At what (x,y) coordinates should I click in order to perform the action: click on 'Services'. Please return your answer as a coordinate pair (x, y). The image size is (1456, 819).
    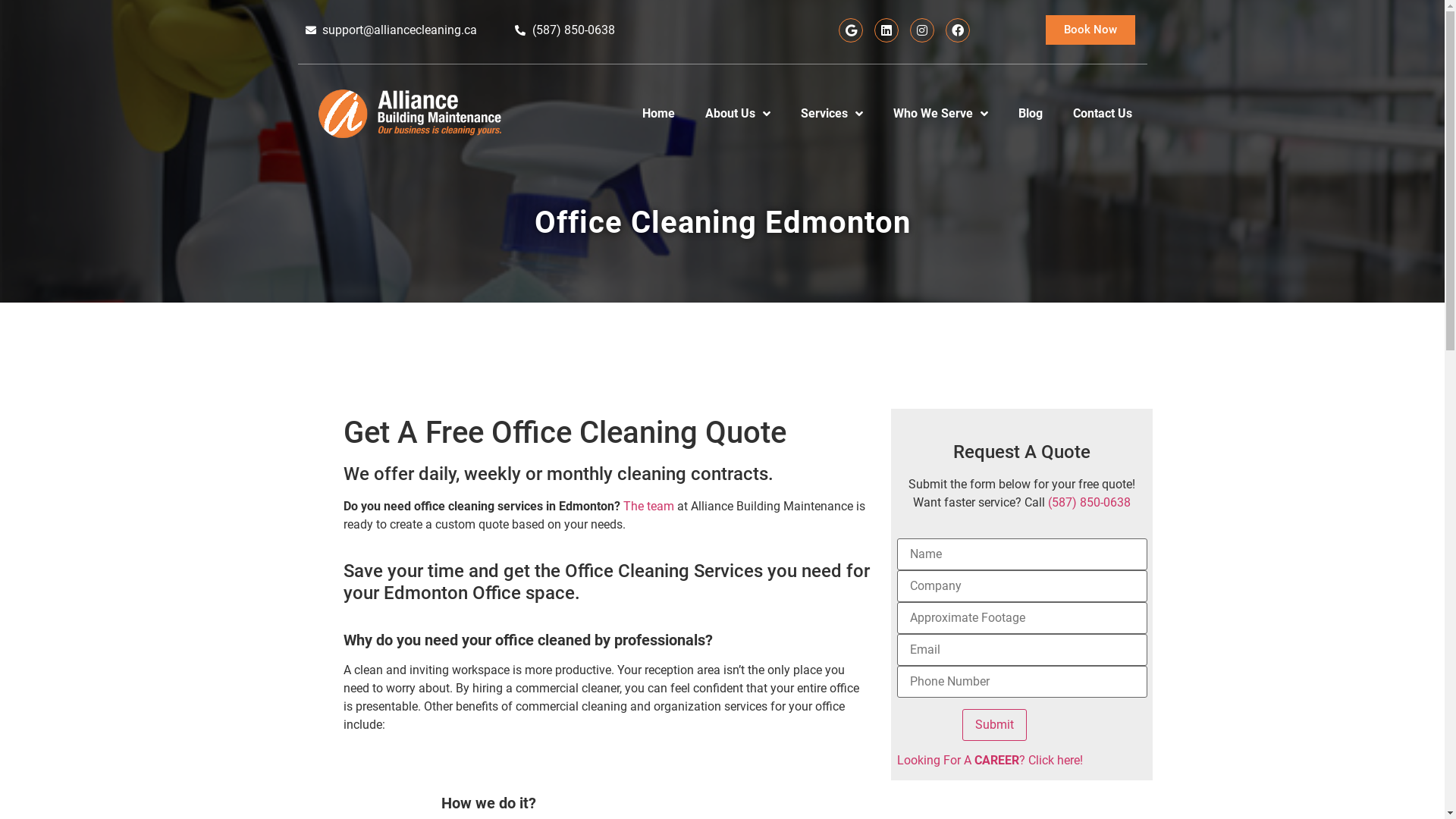
    Looking at the image, I should click on (831, 113).